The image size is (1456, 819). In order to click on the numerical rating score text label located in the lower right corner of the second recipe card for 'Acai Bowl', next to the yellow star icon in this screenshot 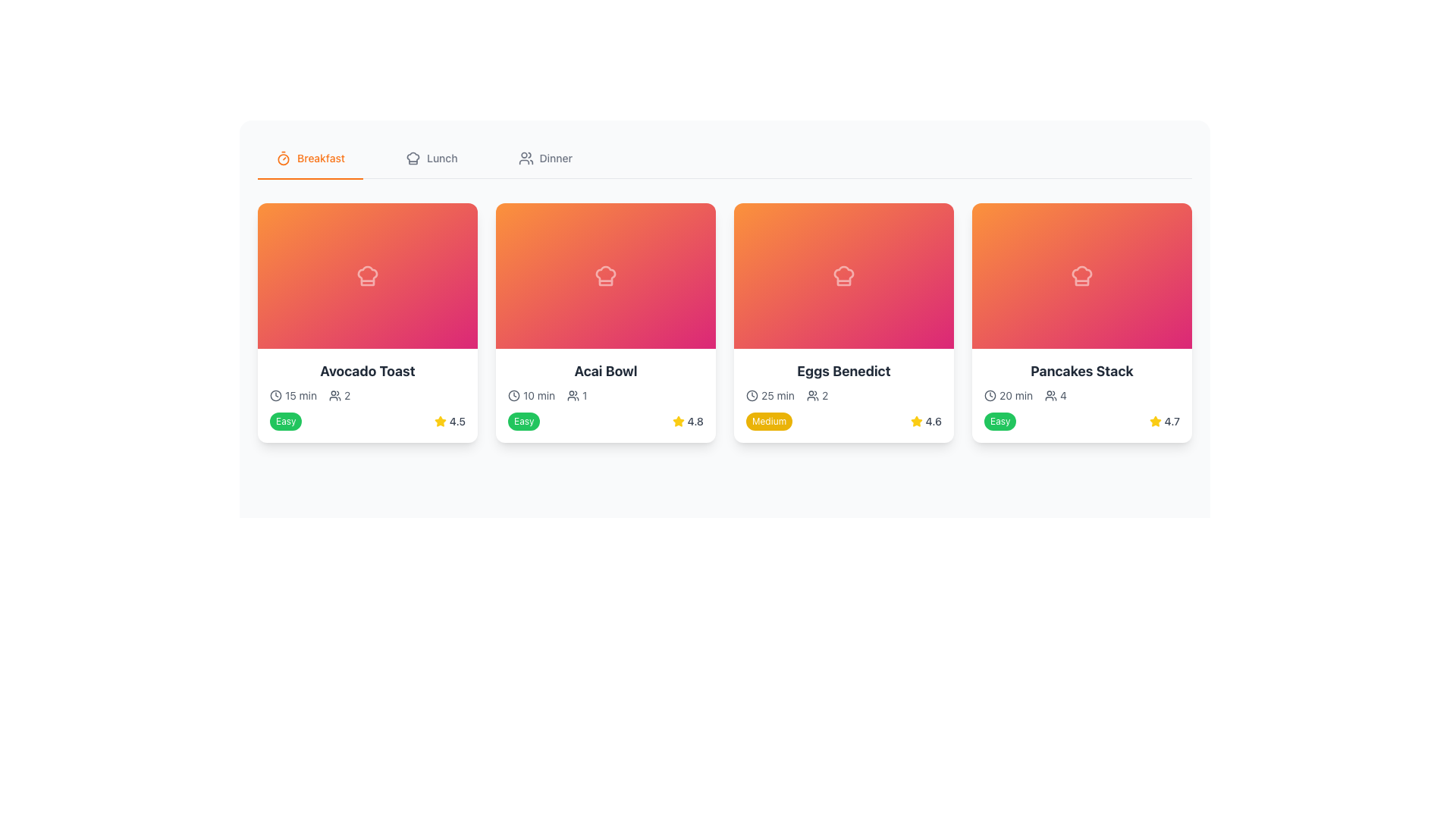, I will do `click(695, 421)`.